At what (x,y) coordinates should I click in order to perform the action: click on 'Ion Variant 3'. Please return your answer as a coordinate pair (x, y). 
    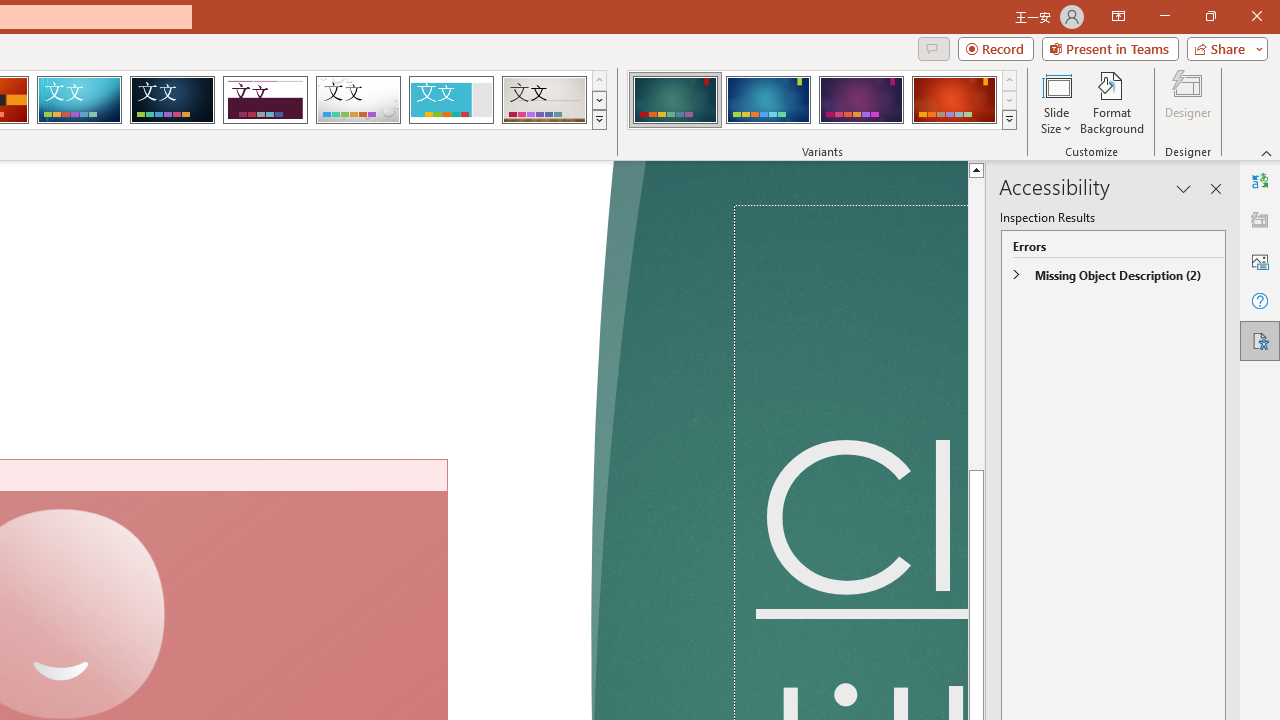
    Looking at the image, I should click on (861, 100).